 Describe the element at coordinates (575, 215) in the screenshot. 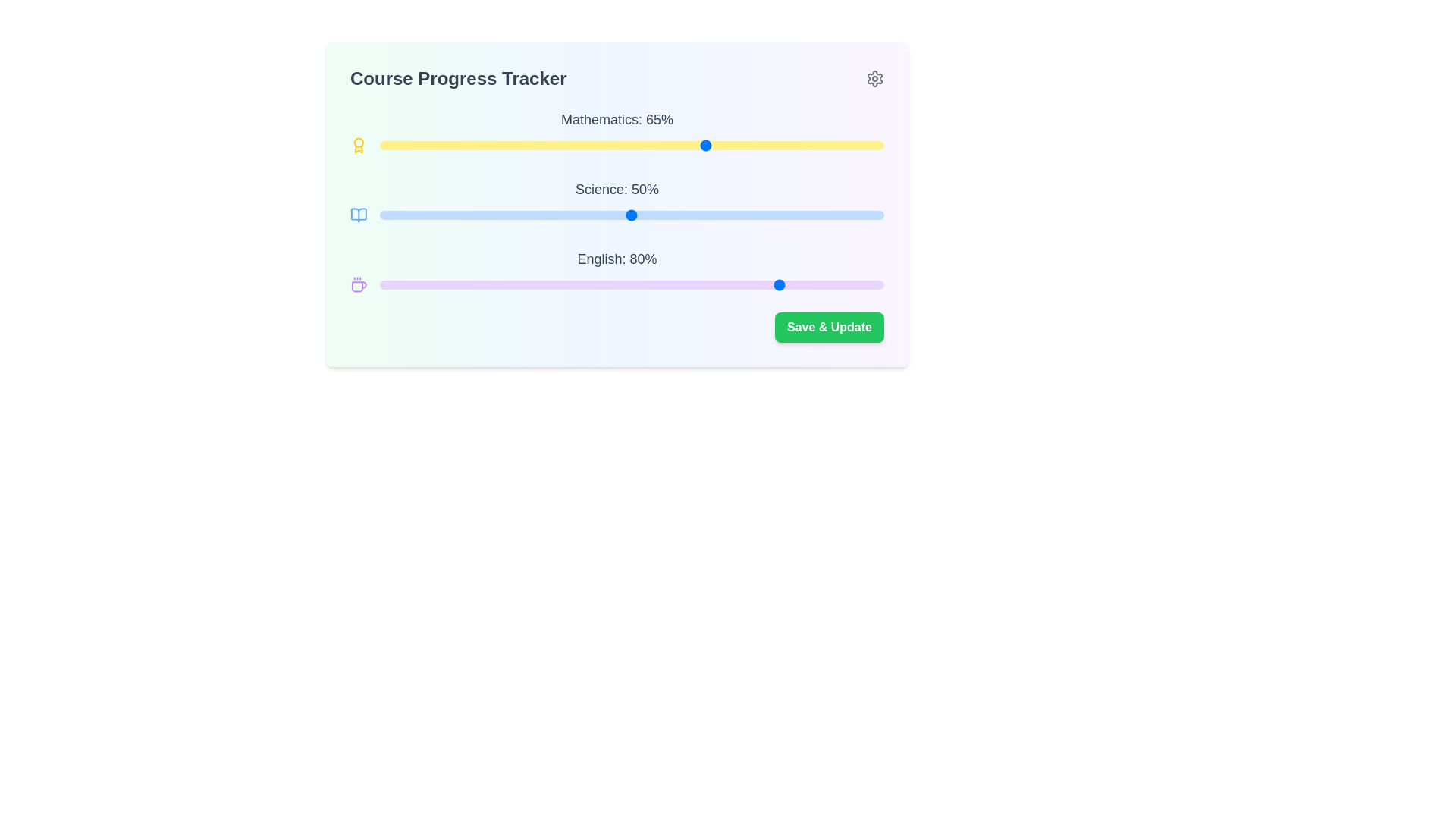

I see `progress` at that location.